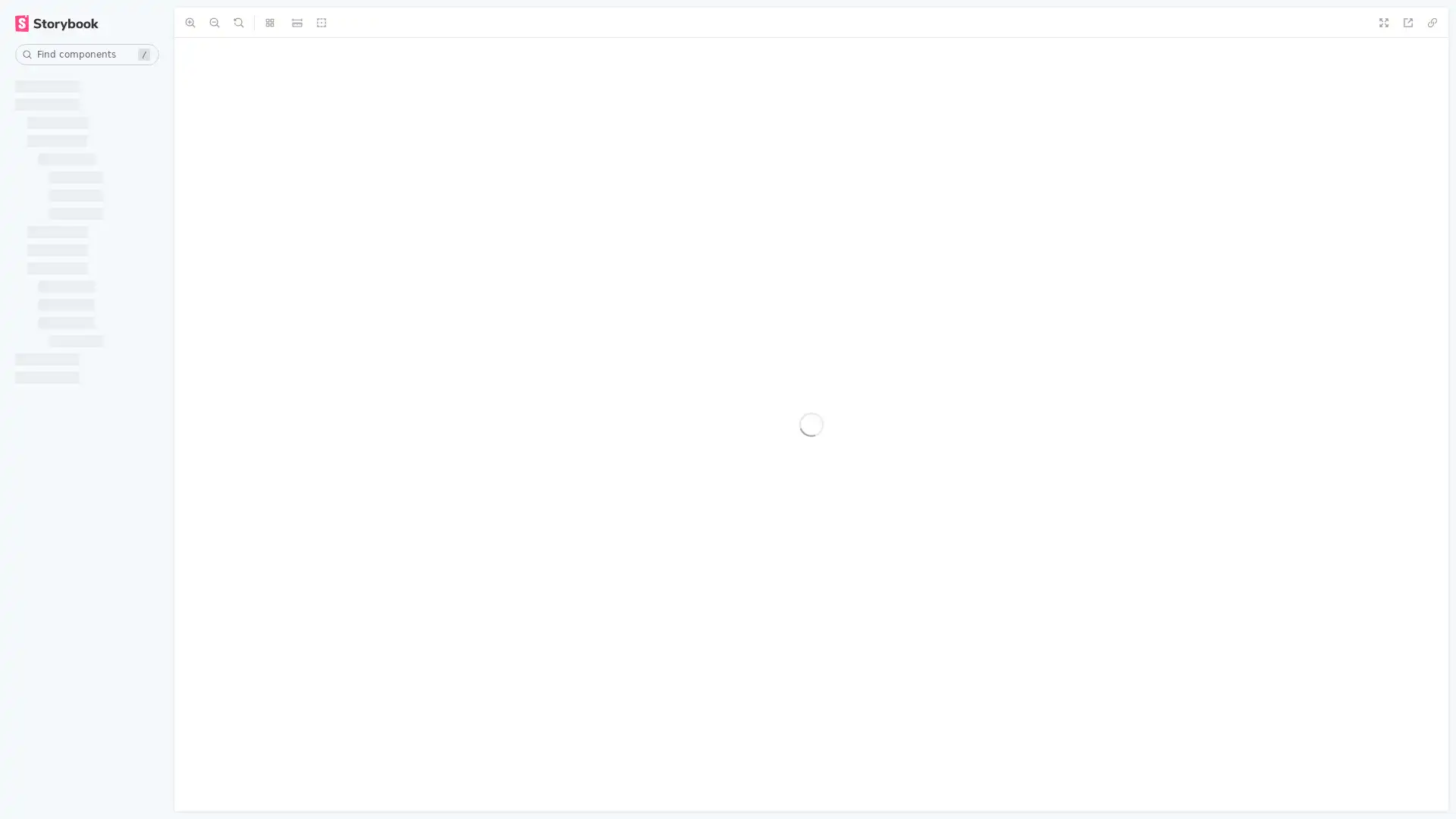  What do you see at coordinates (374, 23) in the screenshot?
I see `Themes` at bounding box center [374, 23].